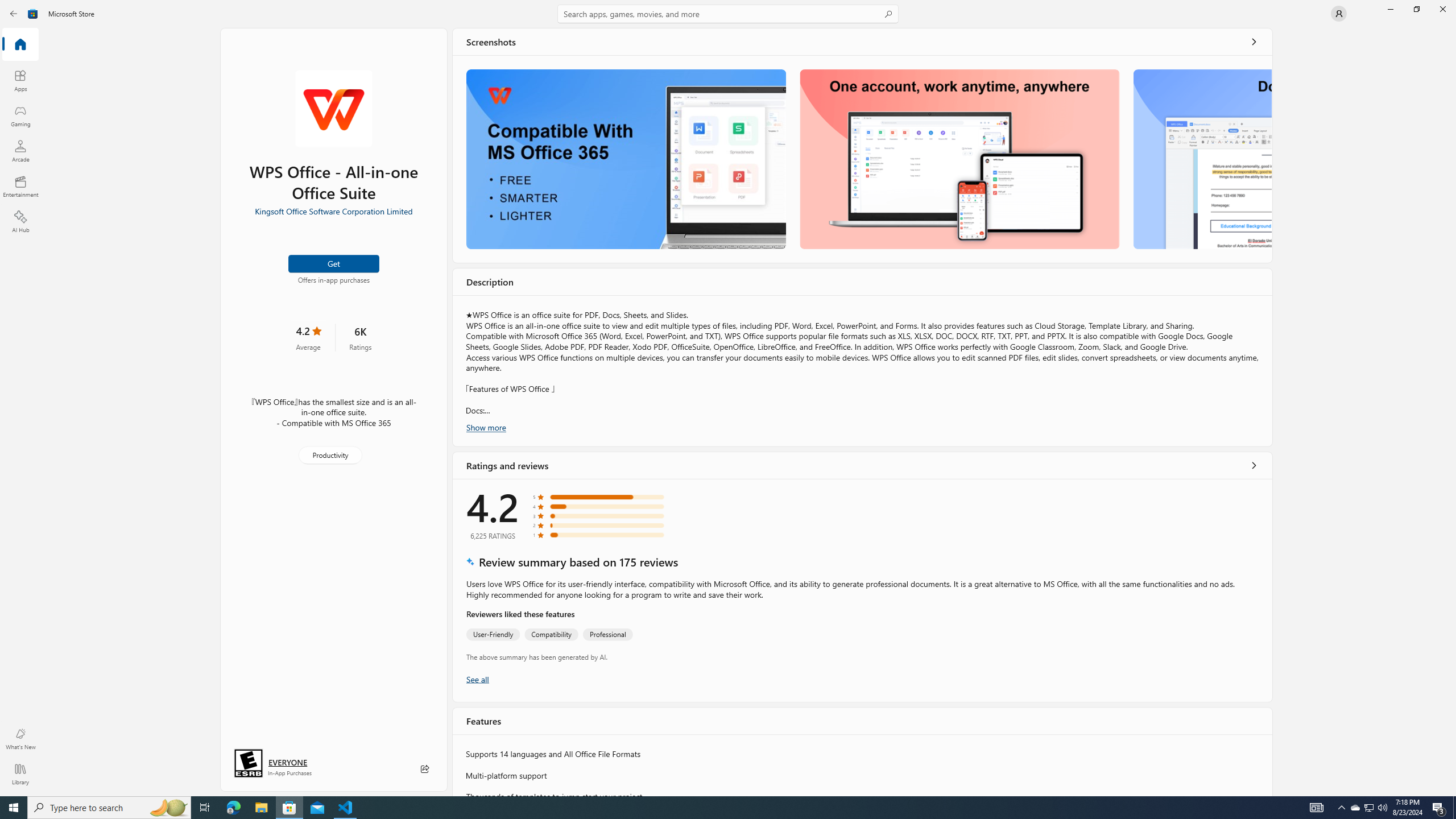 The image size is (1456, 819). I want to click on 'Get', so click(334, 263).